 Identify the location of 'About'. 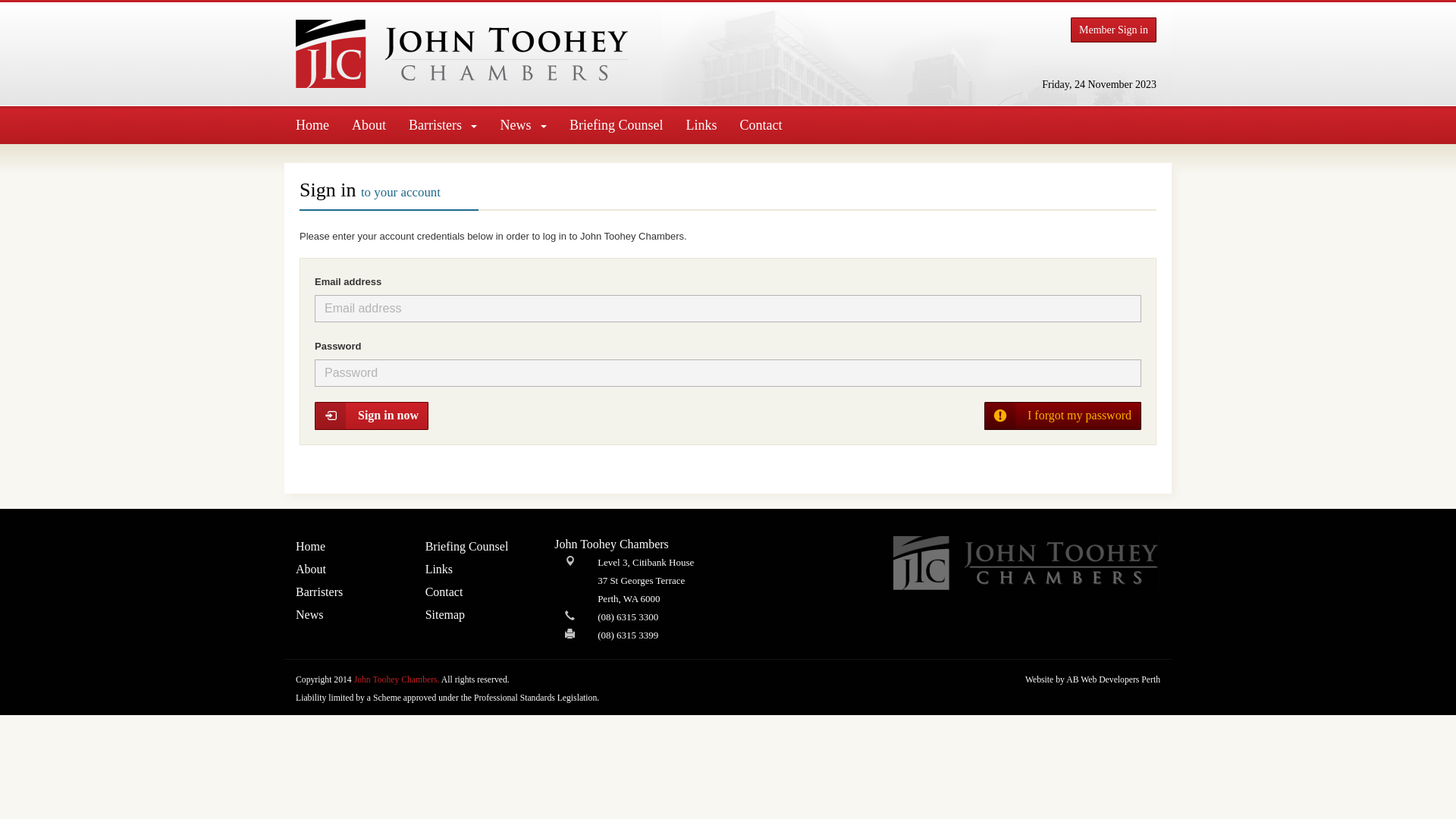
(369, 124).